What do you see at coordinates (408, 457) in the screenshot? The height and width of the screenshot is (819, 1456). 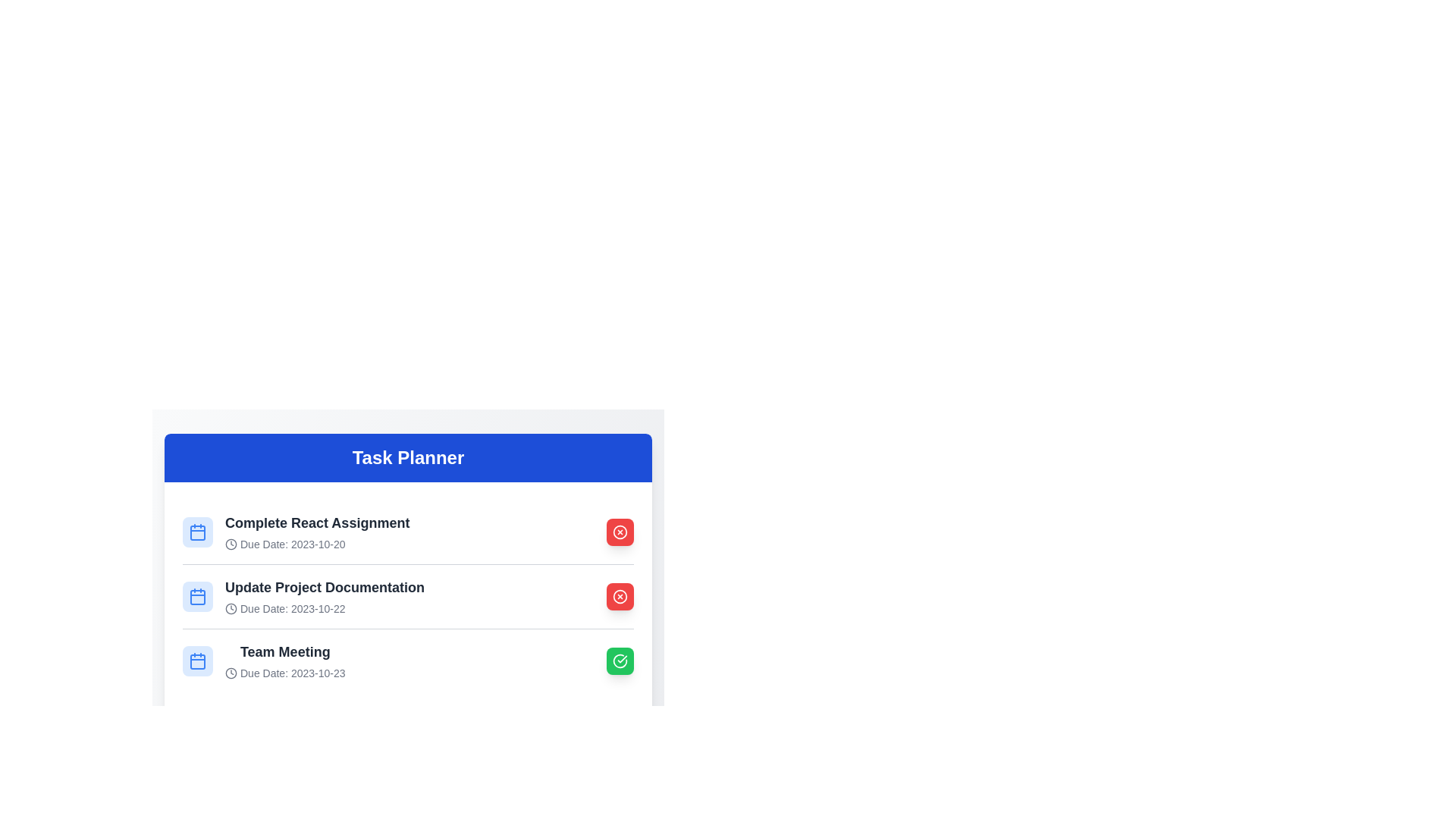 I see `text content of the title label located in the blue header bar at the top of the task management interface` at bounding box center [408, 457].